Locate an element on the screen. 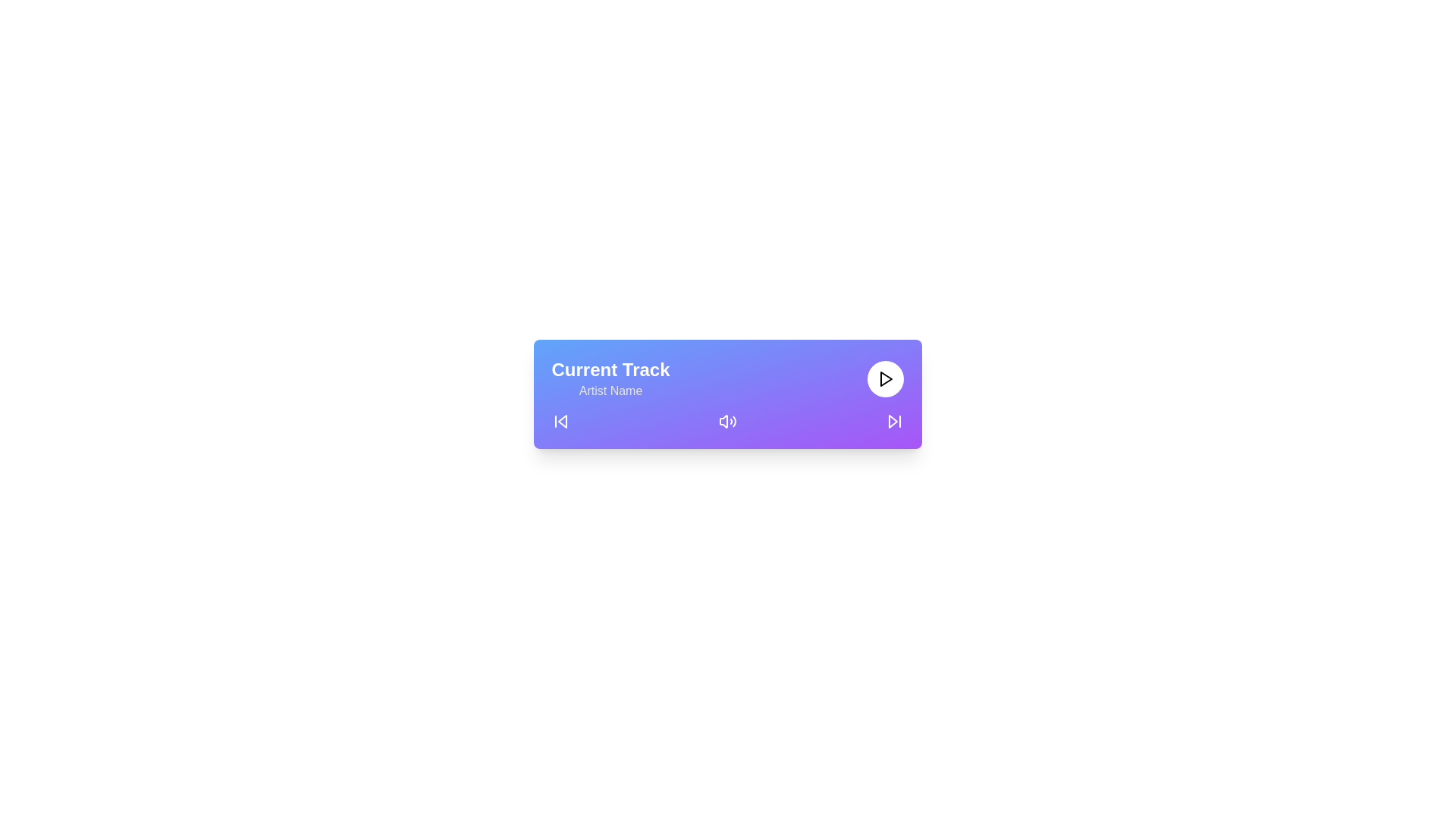  the small triangular play button icon on the playback control bar to play the music is located at coordinates (886, 378).